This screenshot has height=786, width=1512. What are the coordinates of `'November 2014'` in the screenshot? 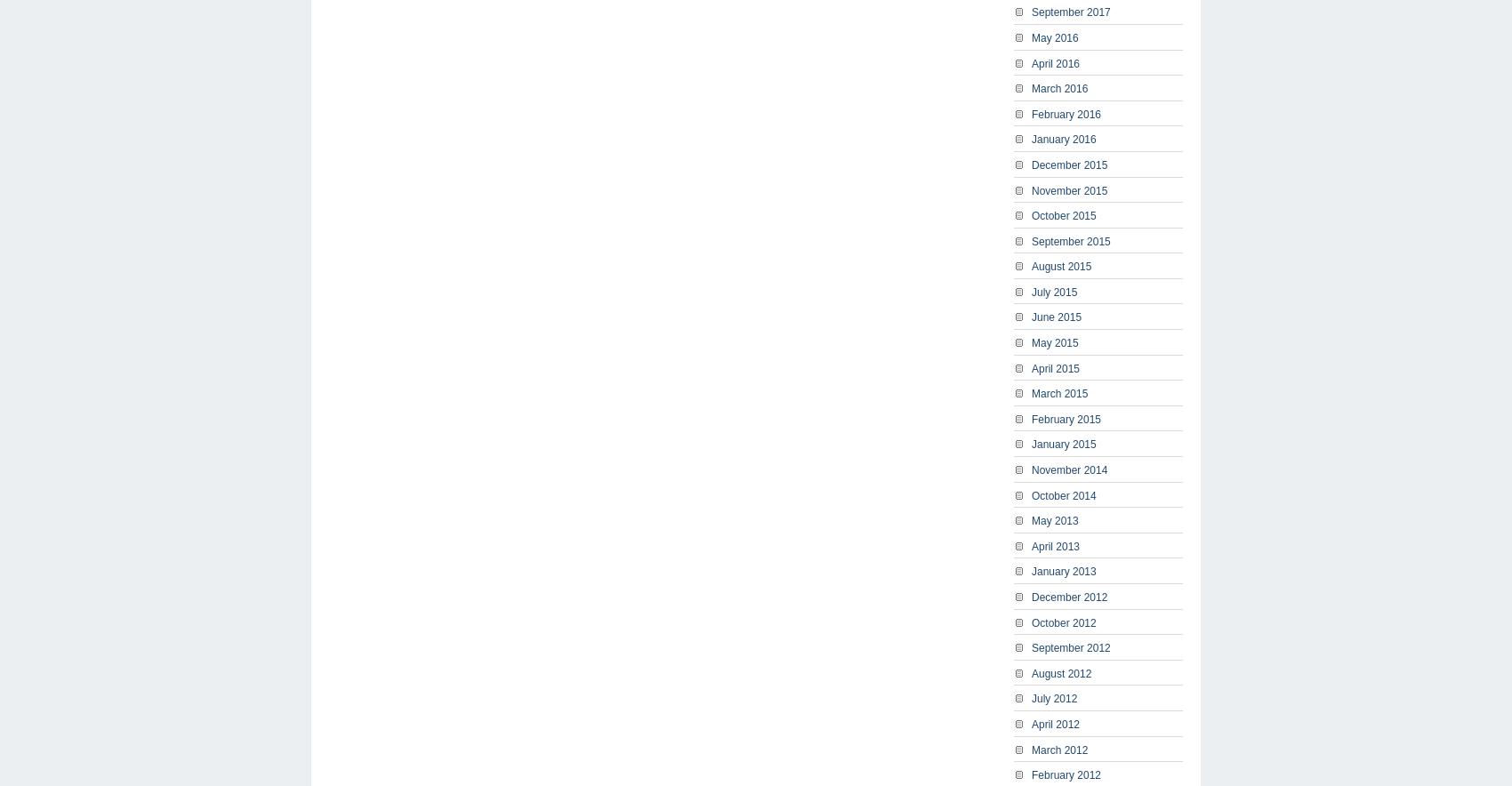 It's located at (1068, 469).